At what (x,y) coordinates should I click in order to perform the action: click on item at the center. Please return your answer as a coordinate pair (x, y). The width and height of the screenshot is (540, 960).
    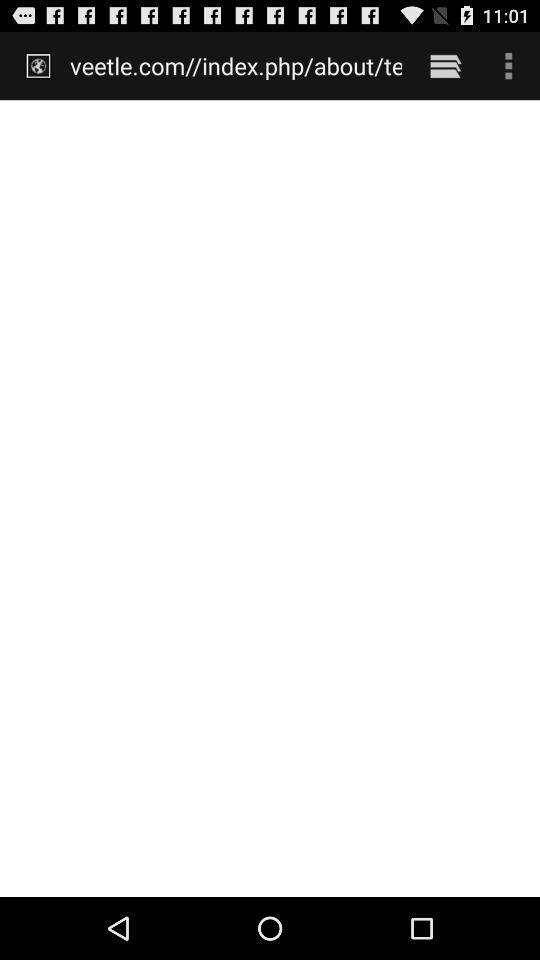
    Looking at the image, I should click on (270, 497).